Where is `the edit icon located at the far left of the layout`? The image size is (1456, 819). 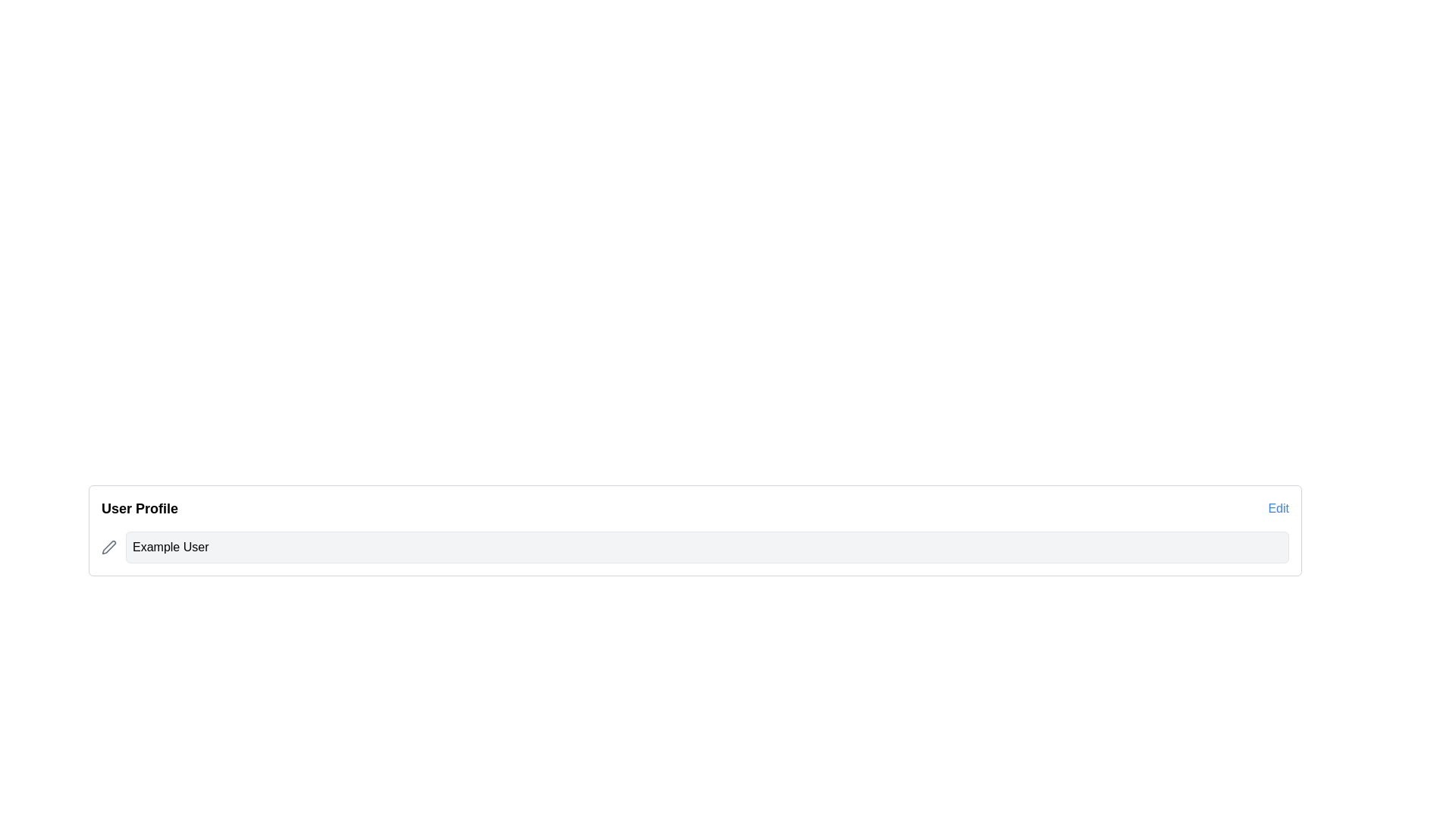
the edit icon located at the far left of the layout is located at coordinates (108, 547).